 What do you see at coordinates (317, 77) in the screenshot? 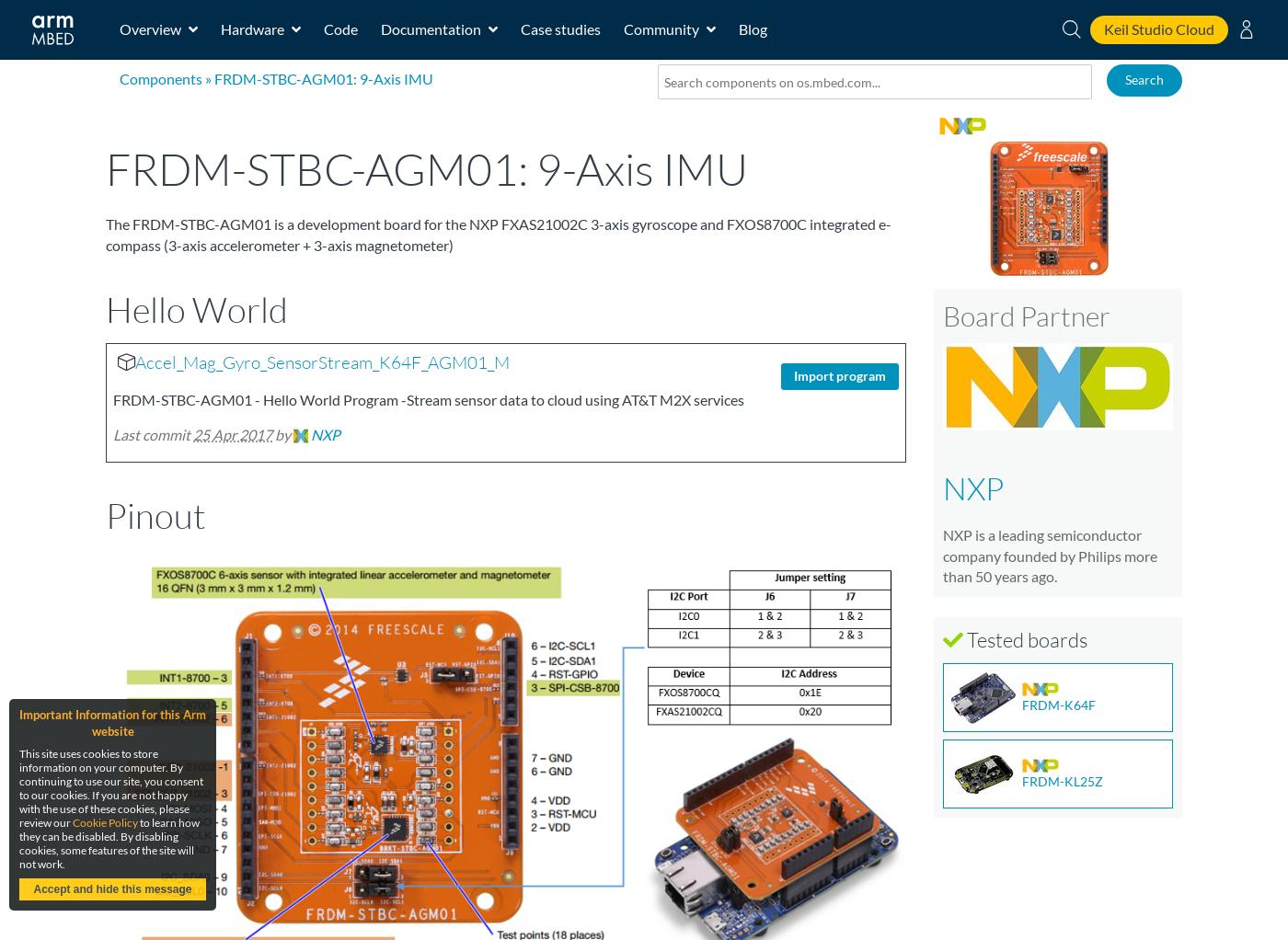
I see `'» FRDM-STBC-AGM01: 9-Axis IMU'` at bounding box center [317, 77].